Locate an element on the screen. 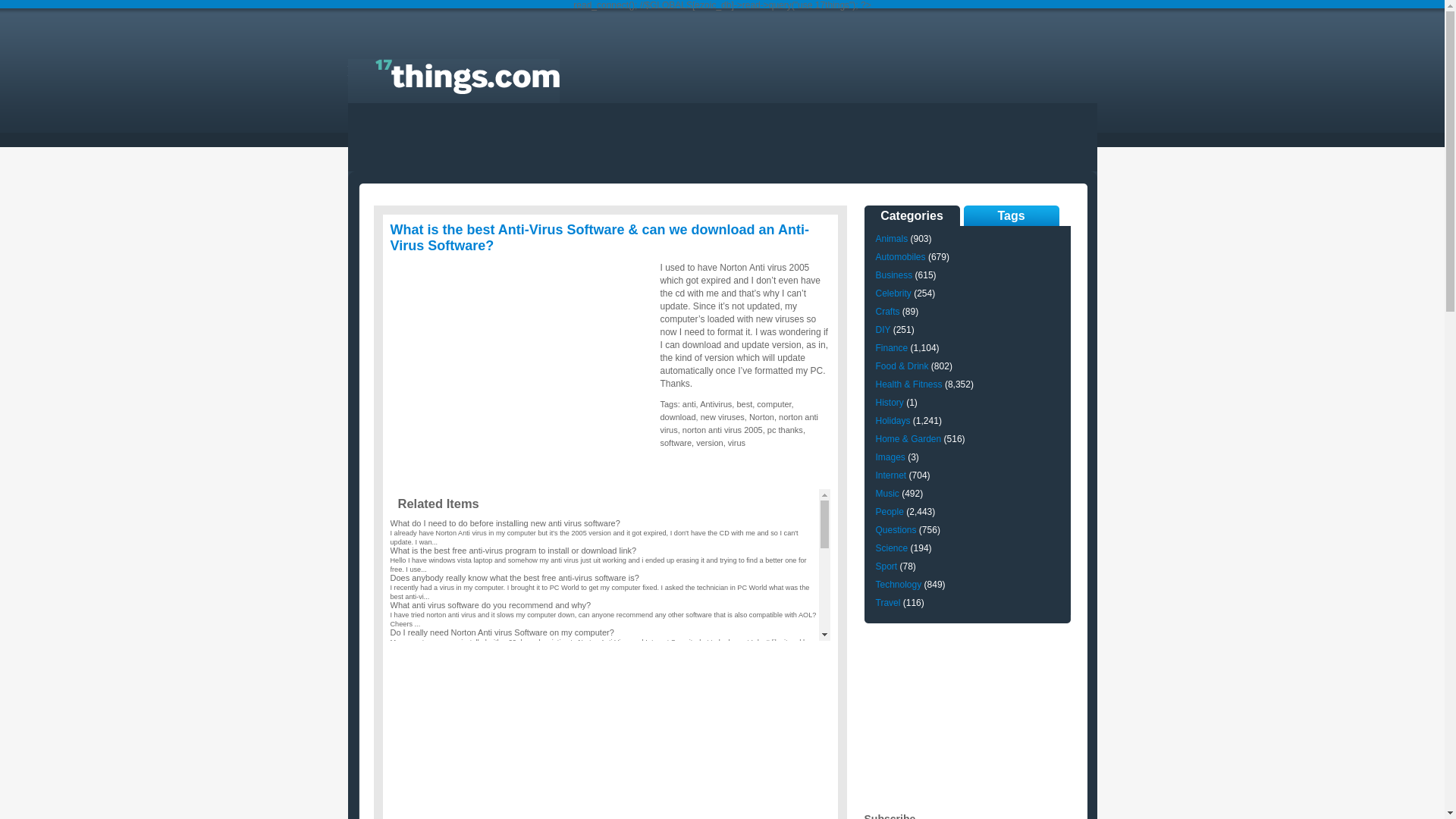  'Travel' is located at coordinates (887, 601).